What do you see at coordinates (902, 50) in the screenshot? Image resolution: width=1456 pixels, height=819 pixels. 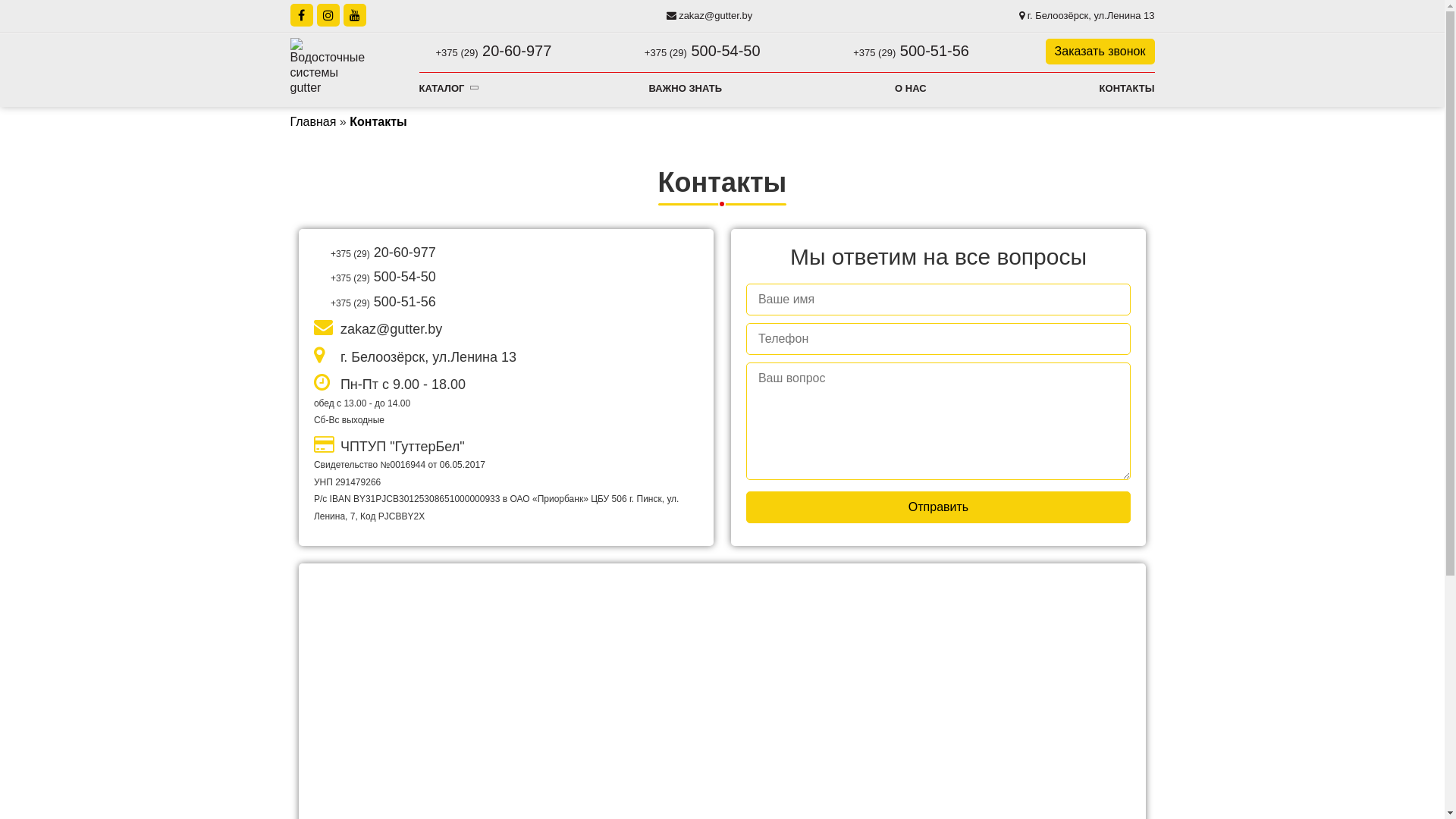 I see `'+375 (29) 500-51-56'` at bounding box center [902, 50].